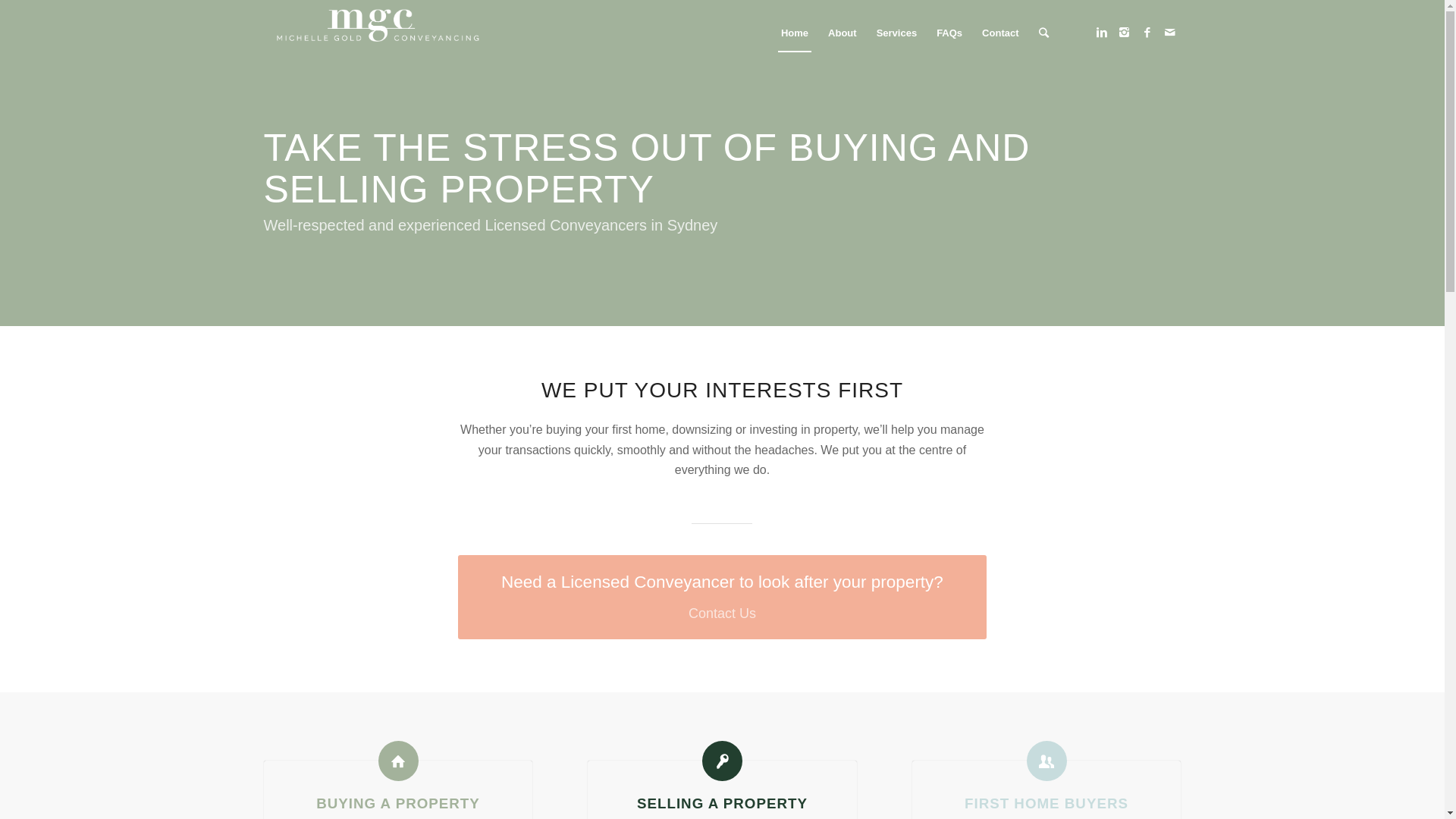 This screenshot has height=819, width=1456. Describe the element at coordinates (793, 33) in the screenshot. I see `'Home'` at that location.